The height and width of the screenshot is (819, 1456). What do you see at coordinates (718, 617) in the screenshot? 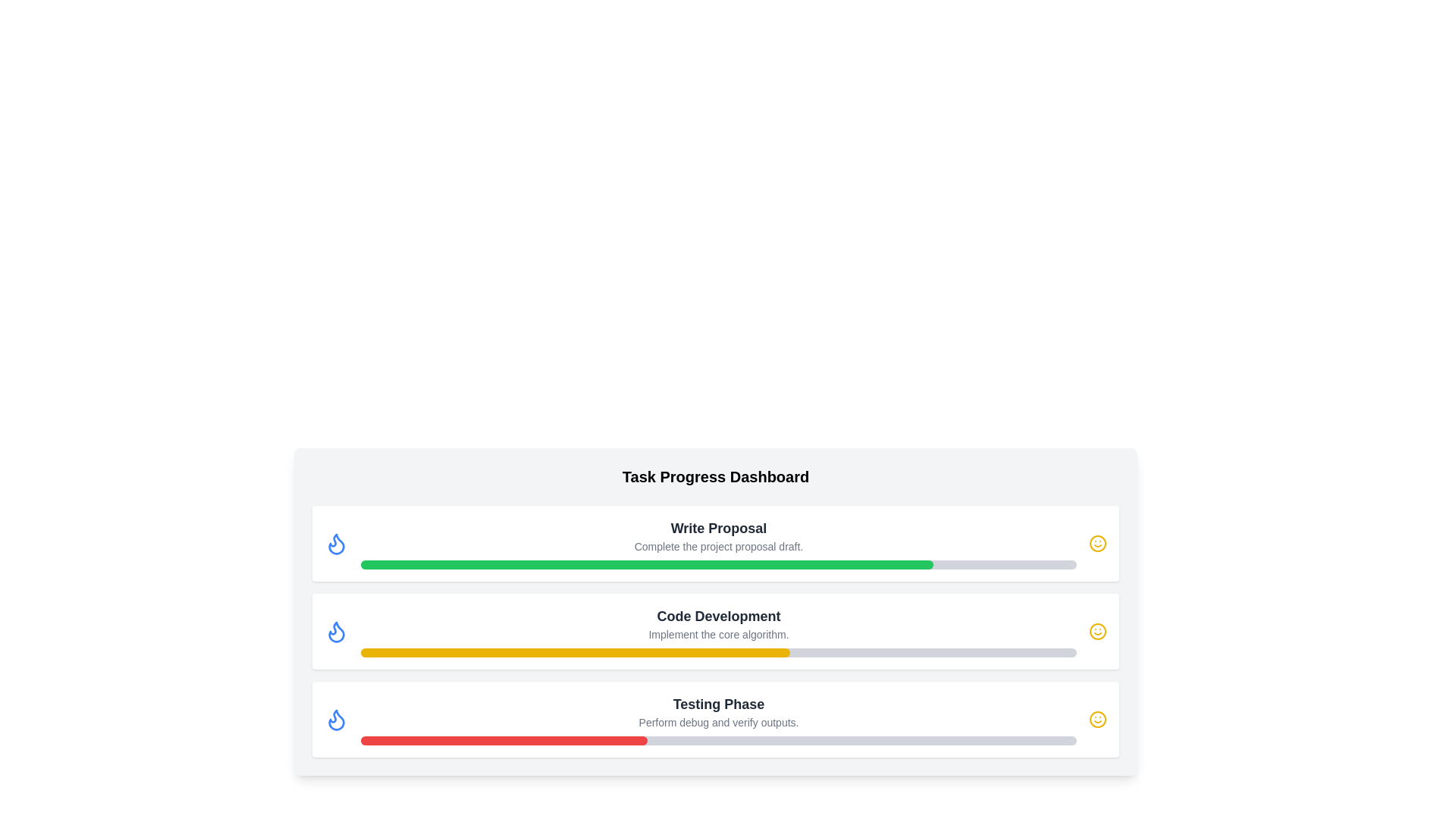
I see `the text label displaying 'Code Development', which is bold, dark gray, and larger than adjacent text, located at the center of the dashboard above other elements` at bounding box center [718, 617].